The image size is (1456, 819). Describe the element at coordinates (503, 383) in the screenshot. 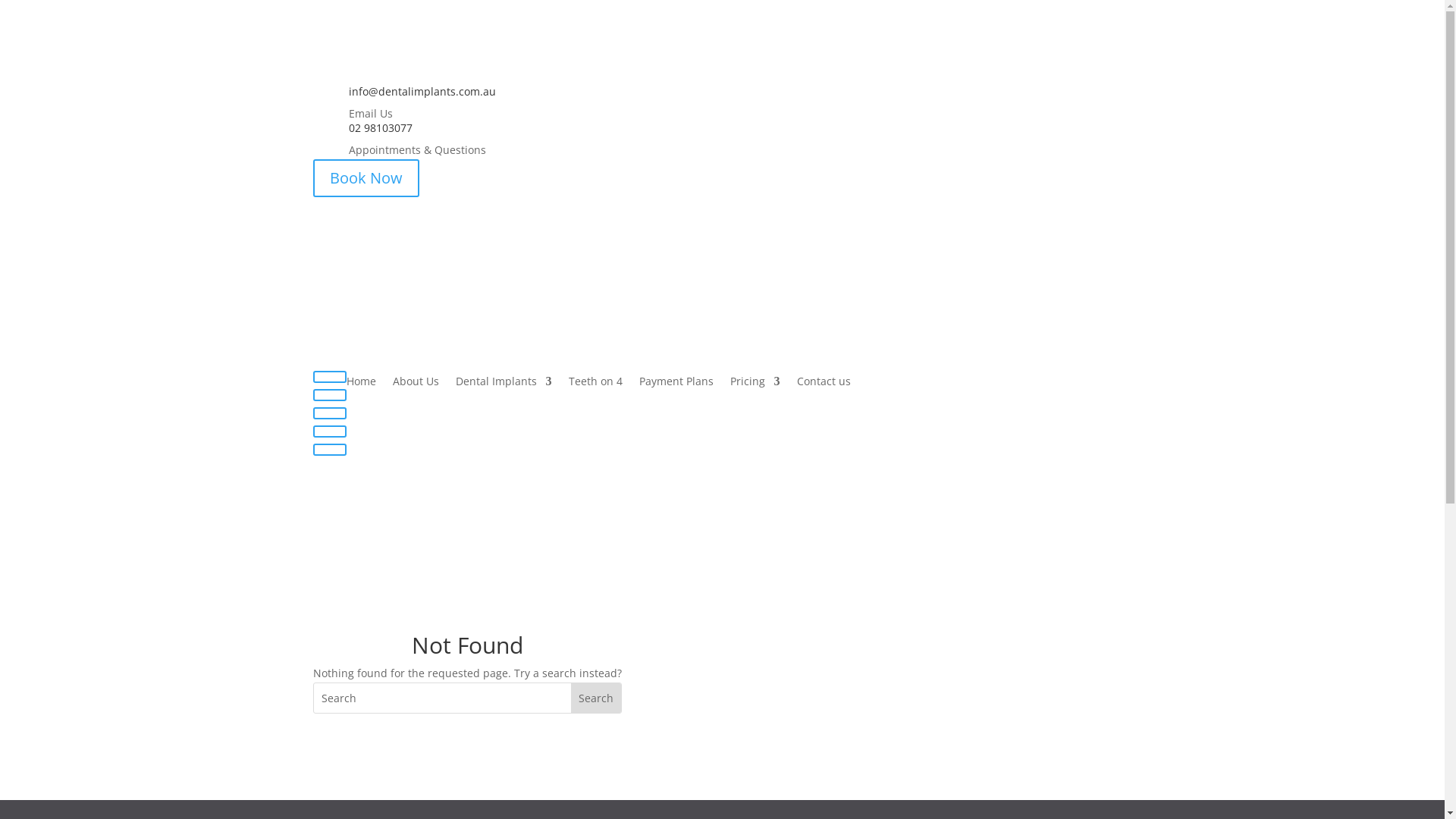

I see `'Dental Implants'` at that location.